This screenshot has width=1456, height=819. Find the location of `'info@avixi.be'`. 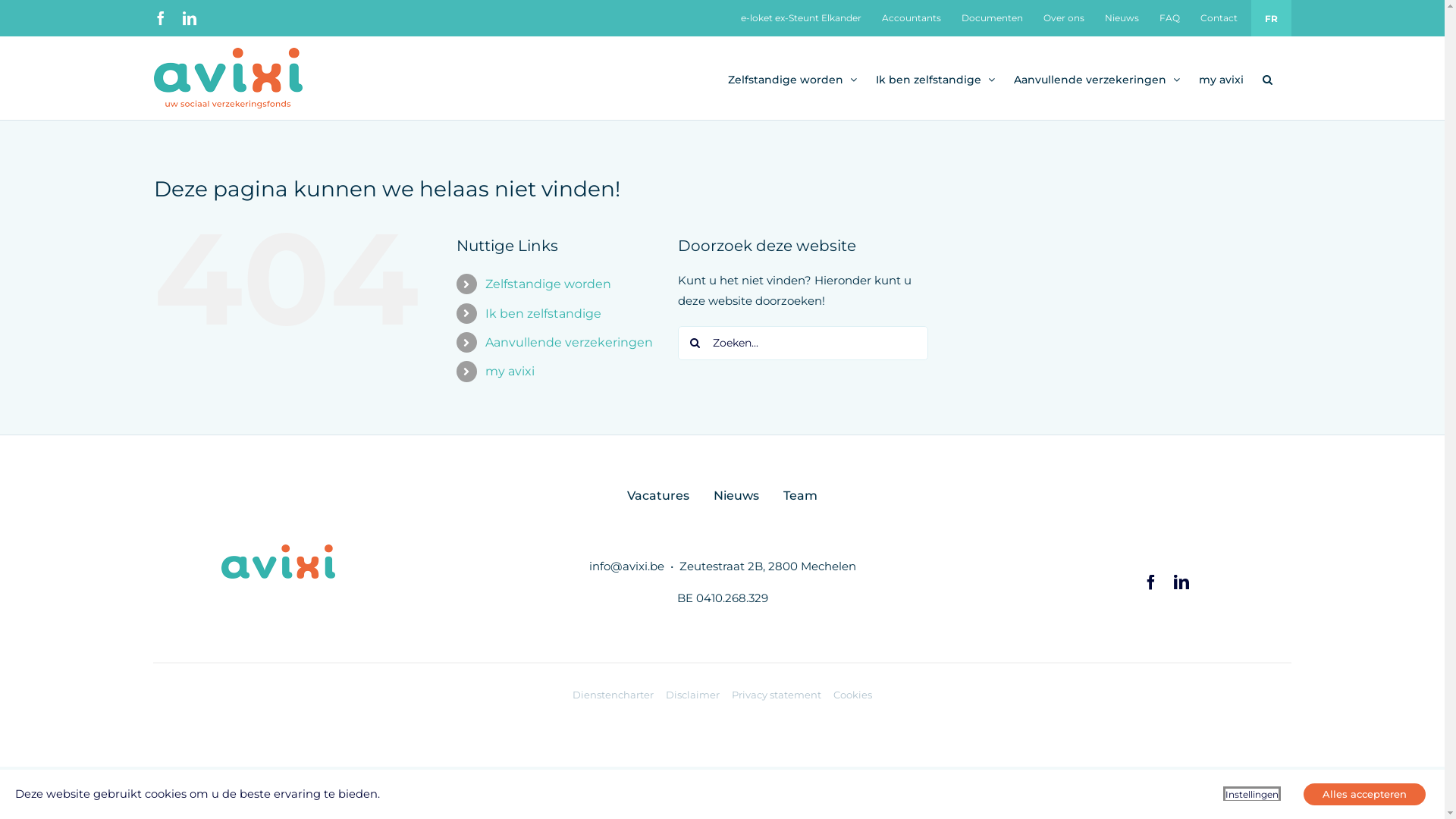

'info@avixi.be' is located at coordinates (626, 566).